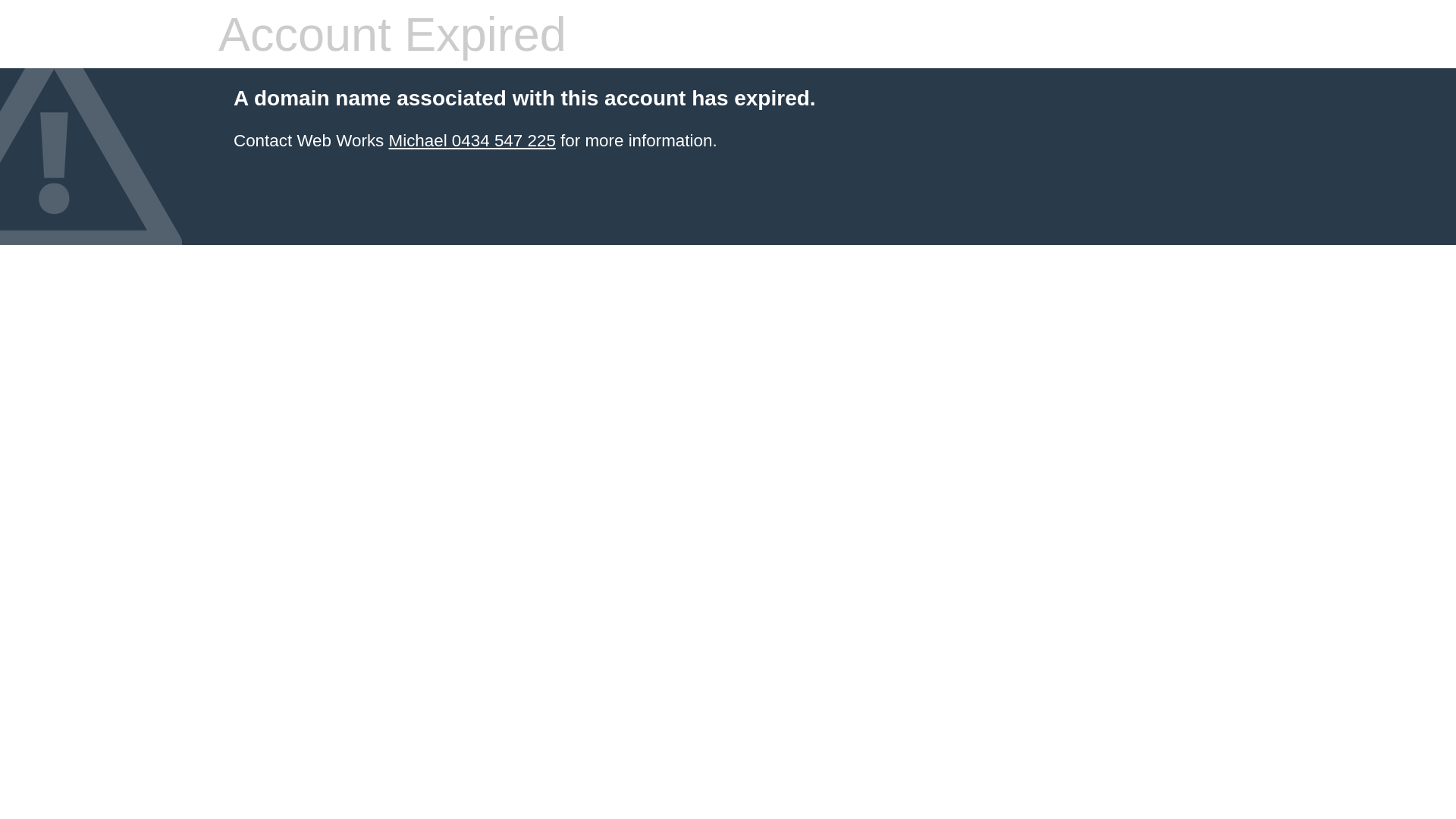 This screenshot has width=1456, height=819. What do you see at coordinates (388, 140) in the screenshot?
I see `'Michael 0434 547 225'` at bounding box center [388, 140].